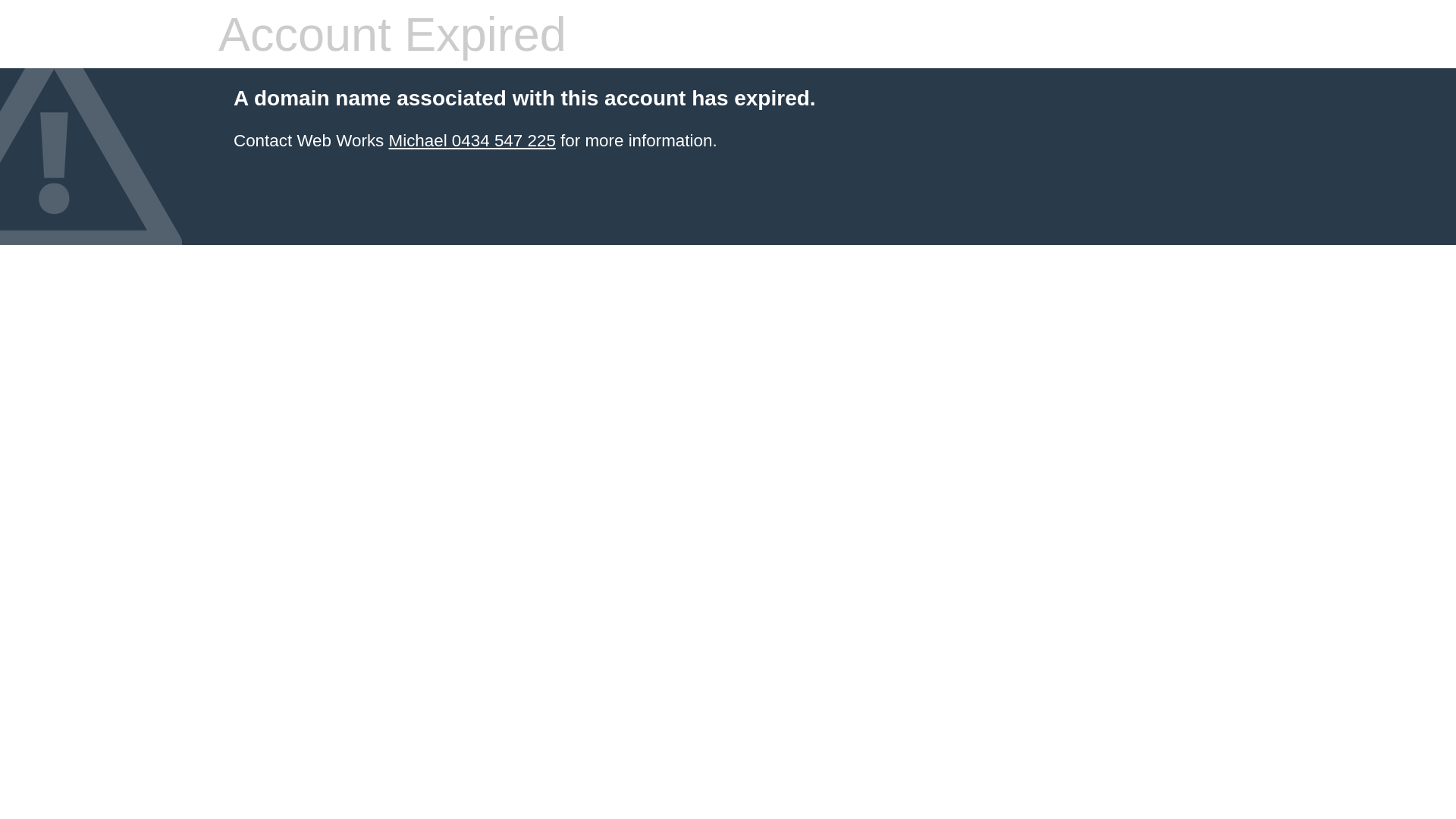 This screenshot has width=1456, height=819. What do you see at coordinates (388, 140) in the screenshot?
I see `'Michael 0434 547 225'` at bounding box center [388, 140].